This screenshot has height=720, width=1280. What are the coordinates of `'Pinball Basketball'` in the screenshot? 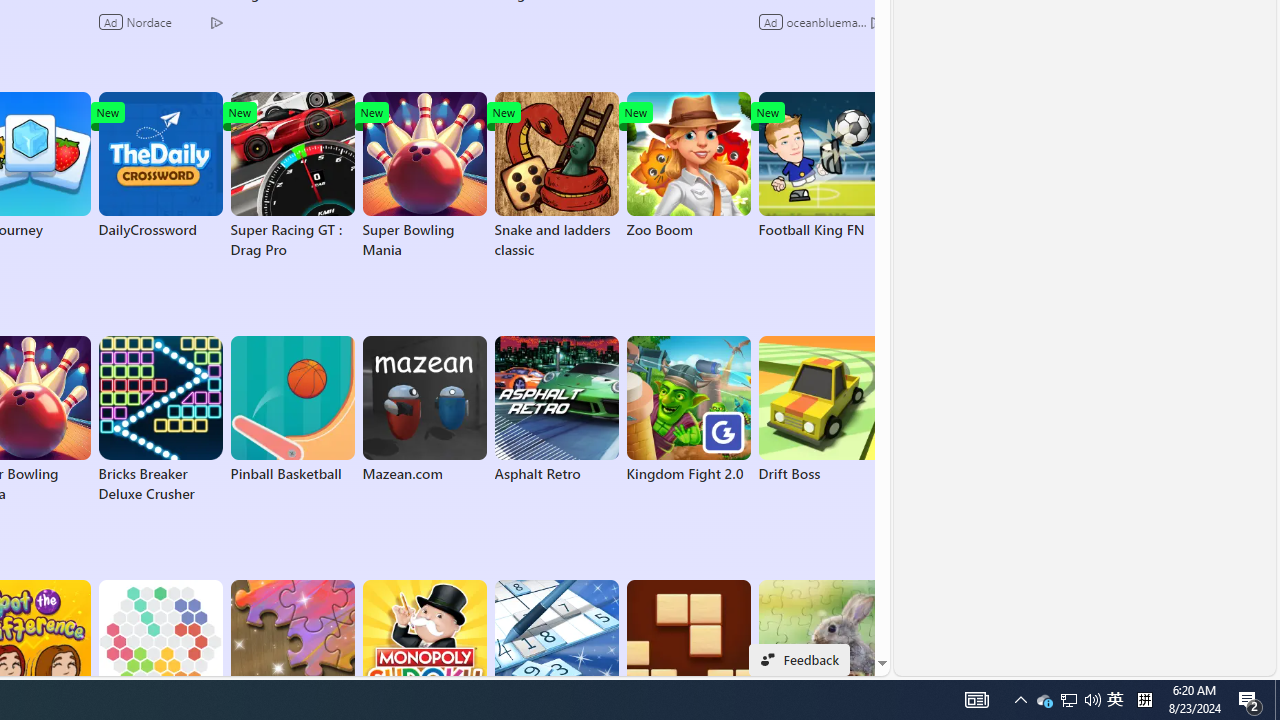 It's located at (291, 409).